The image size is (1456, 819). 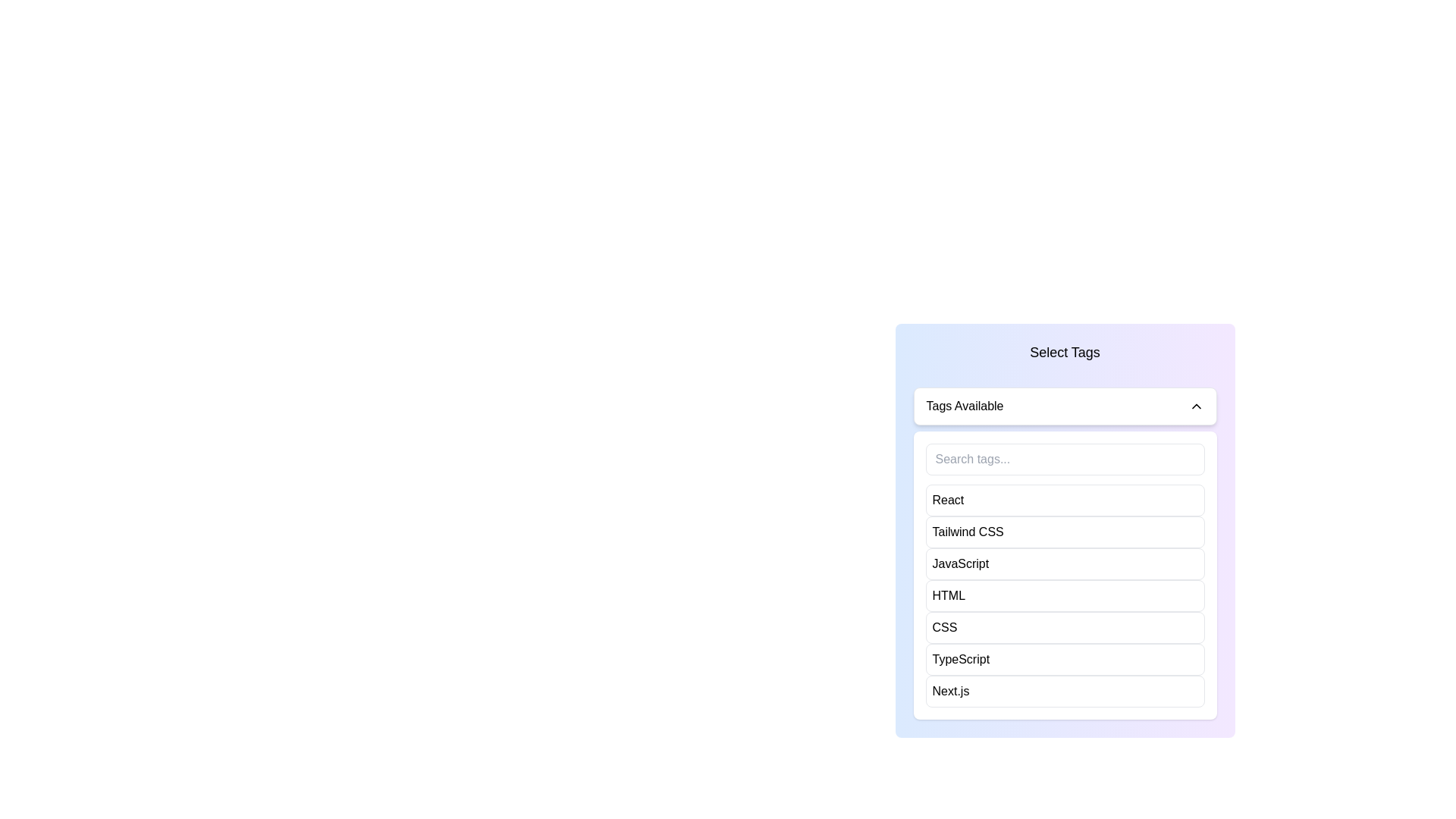 What do you see at coordinates (1064, 691) in the screenshot?
I see `the selectable list item labeled 'Next.js' located at the bottom of the dropdown menu 'Select Tags'` at bounding box center [1064, 691].